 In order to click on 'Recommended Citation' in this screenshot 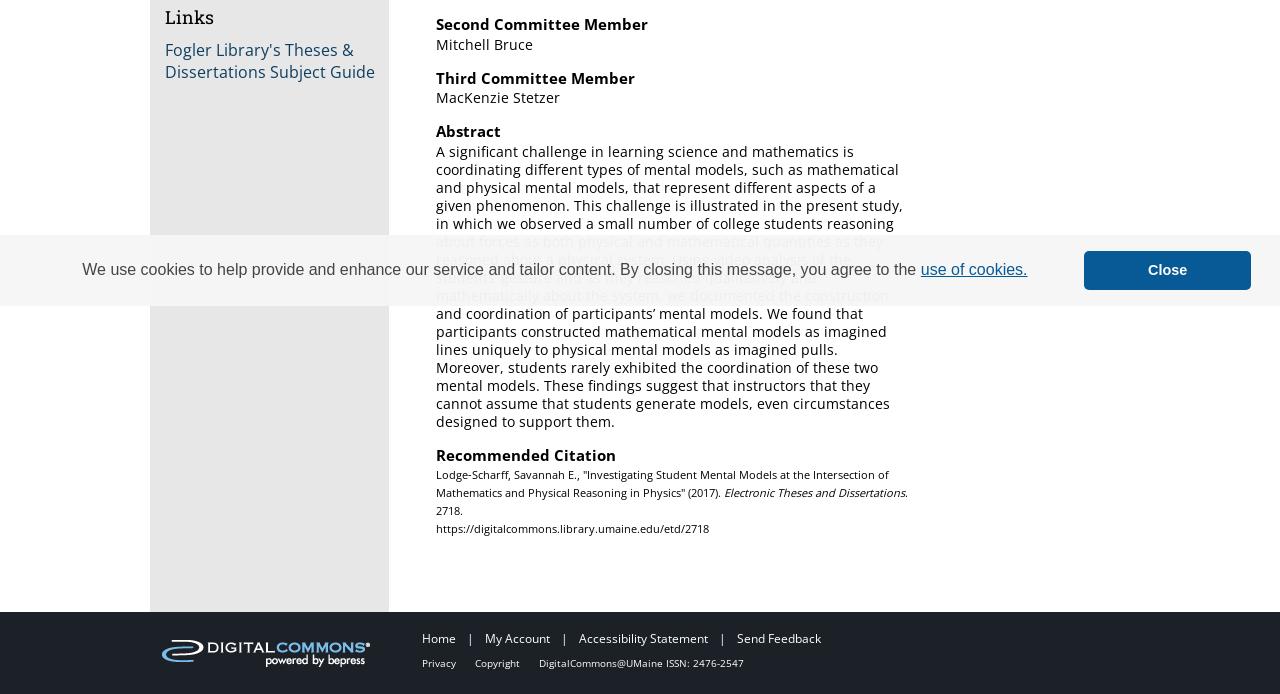, I will do `click(525, 453)`.